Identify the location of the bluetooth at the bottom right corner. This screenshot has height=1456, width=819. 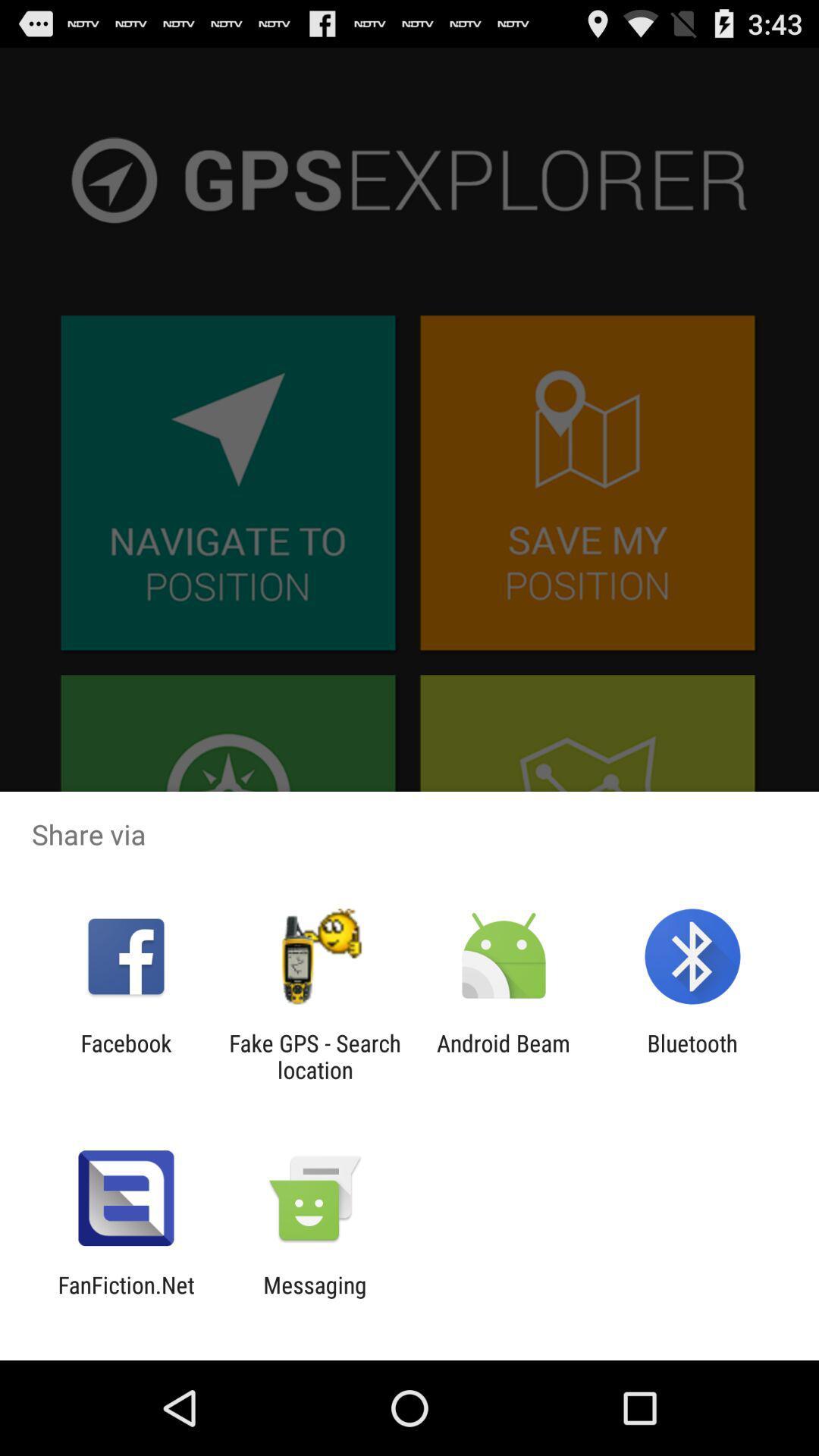
(692, 1056).